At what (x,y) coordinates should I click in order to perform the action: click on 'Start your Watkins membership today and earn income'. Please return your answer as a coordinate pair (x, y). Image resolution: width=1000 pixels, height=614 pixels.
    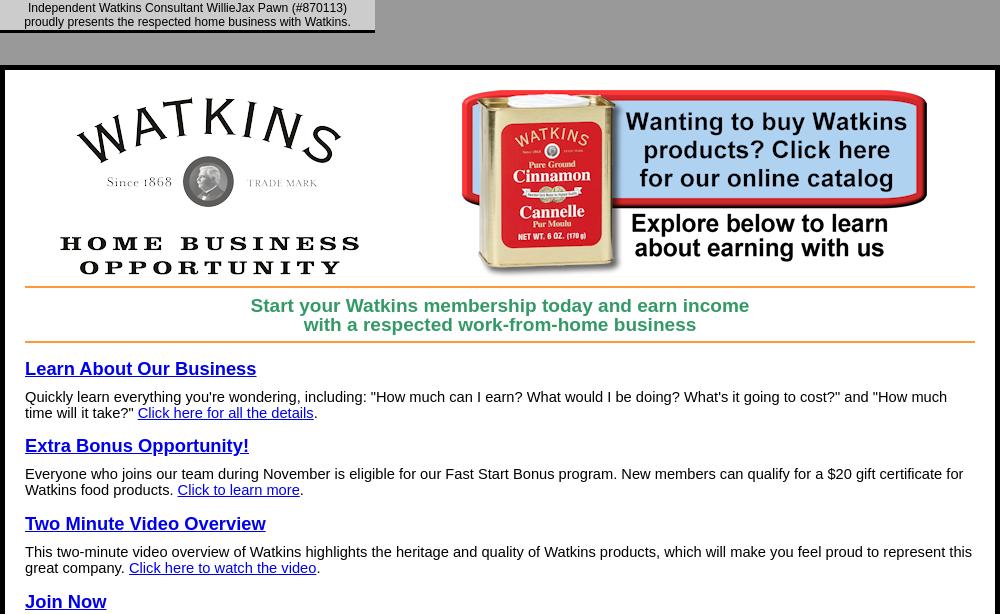
    Looking at the image, I should click on (498, 303).